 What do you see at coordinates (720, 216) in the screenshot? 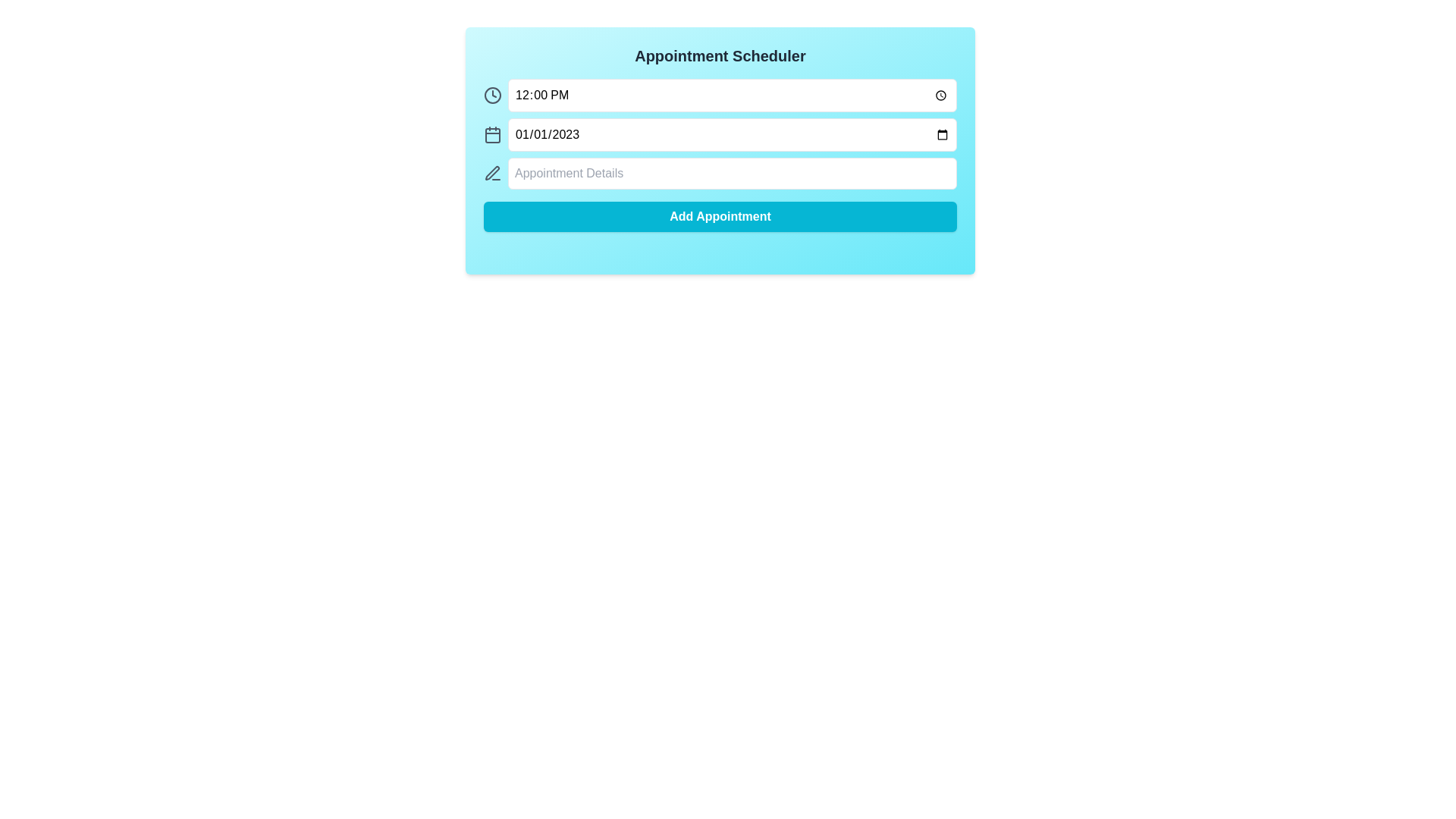
I see `the 'Add Appointment' button, which has a cyan background and bold white text` at bounding box center [720, 216].